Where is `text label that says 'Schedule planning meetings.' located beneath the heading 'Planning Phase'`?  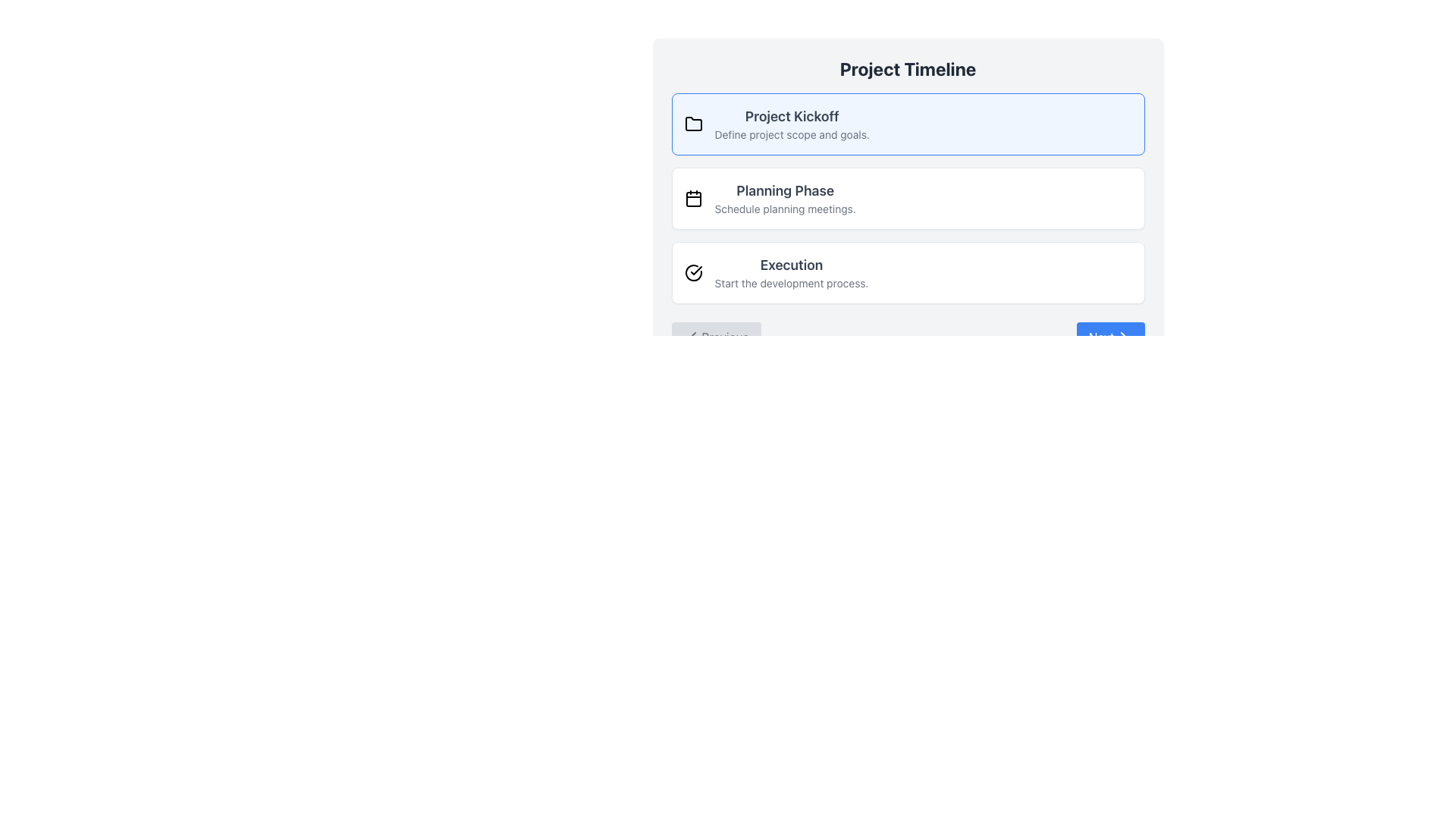
text label that says 'Schedule planning meetings.' located beneath the heading 'Planning Phase' is located at coordinates (785, 209).